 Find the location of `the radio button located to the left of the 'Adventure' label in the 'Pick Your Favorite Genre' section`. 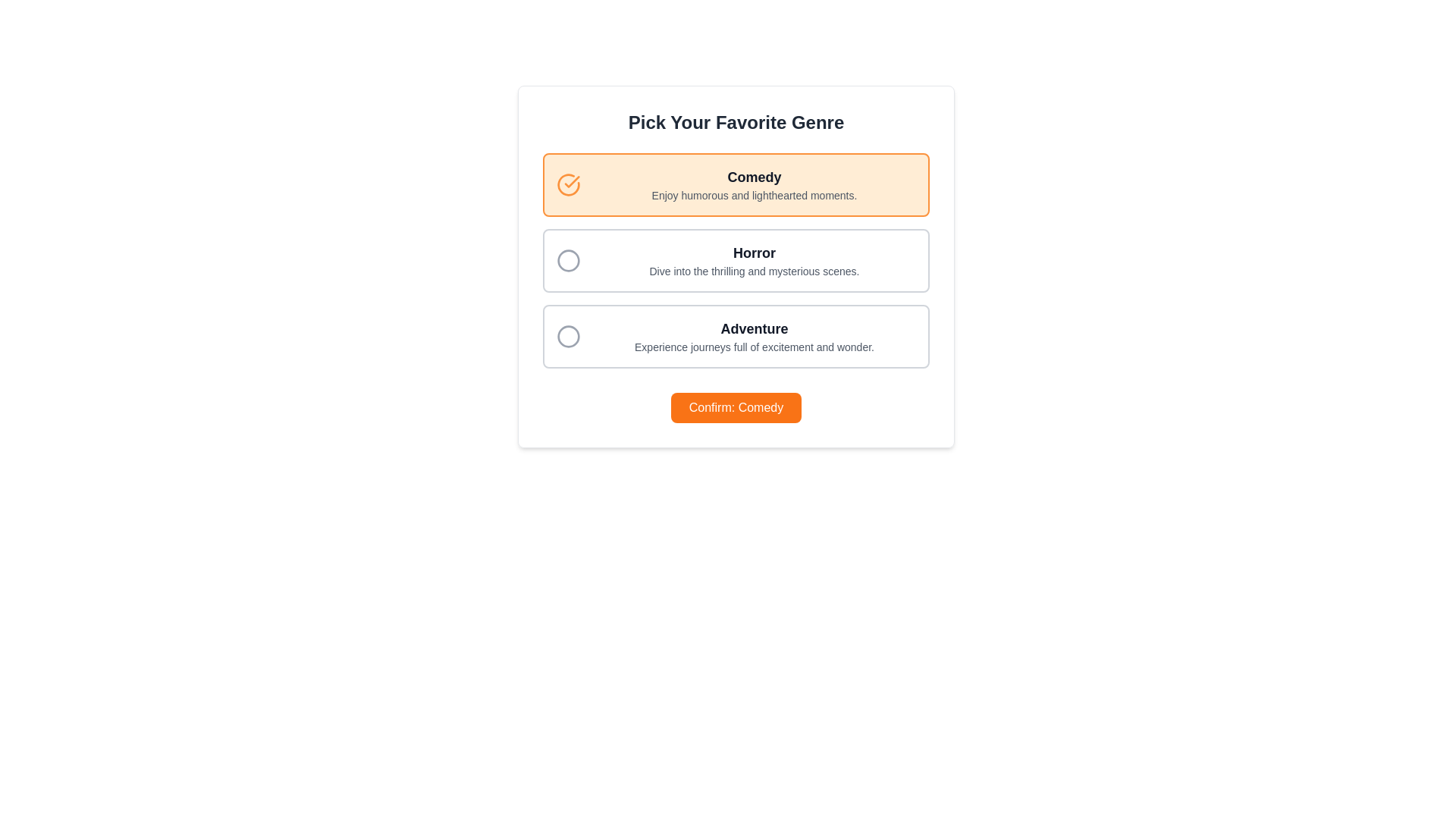

the radio button located to the left of the 'Adventure' label in the 'Pick Your Favorite Genre' section is located at coordinates (567, 335).